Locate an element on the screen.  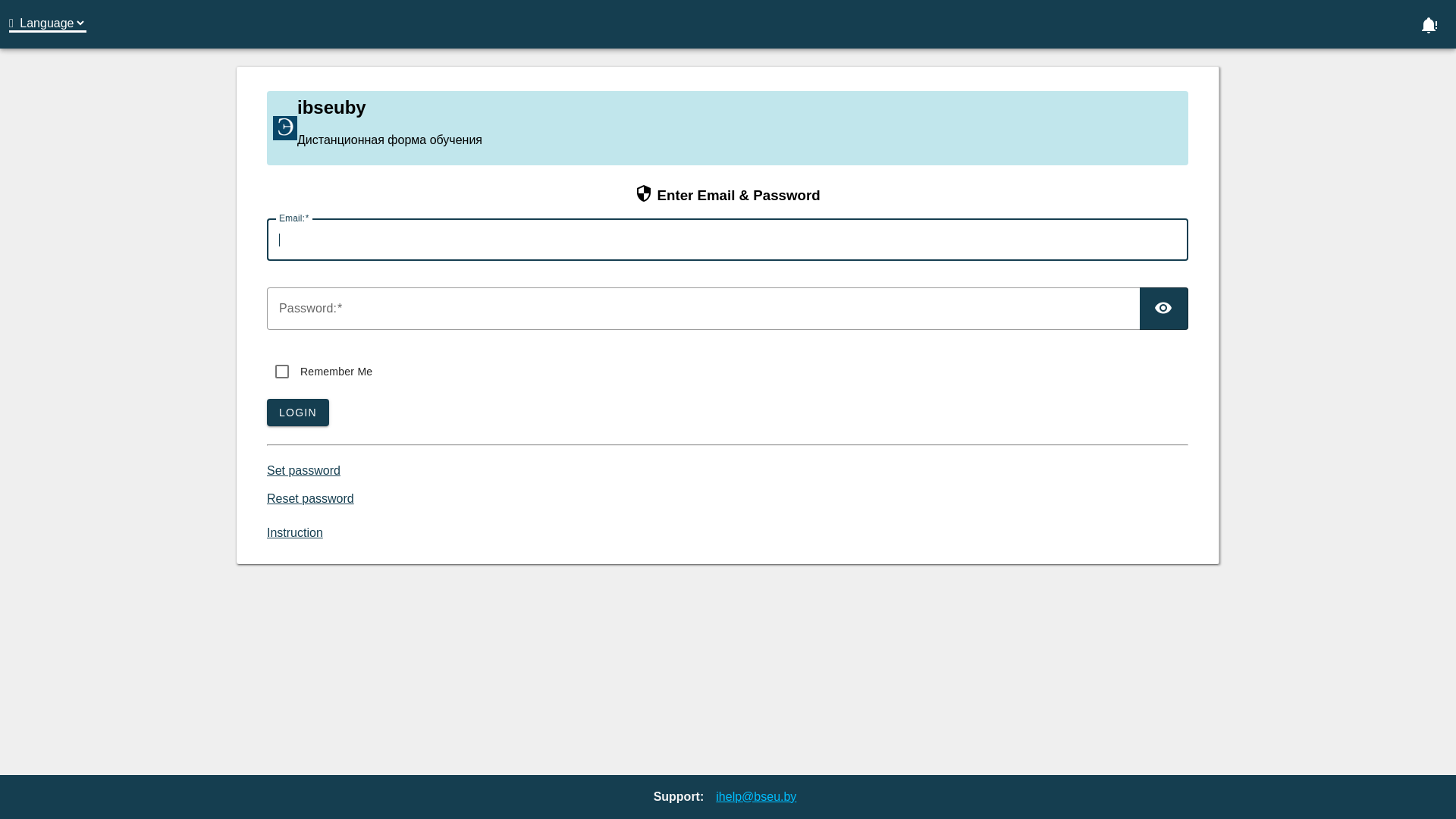
'Set password' is located at coordinates (266, 469).